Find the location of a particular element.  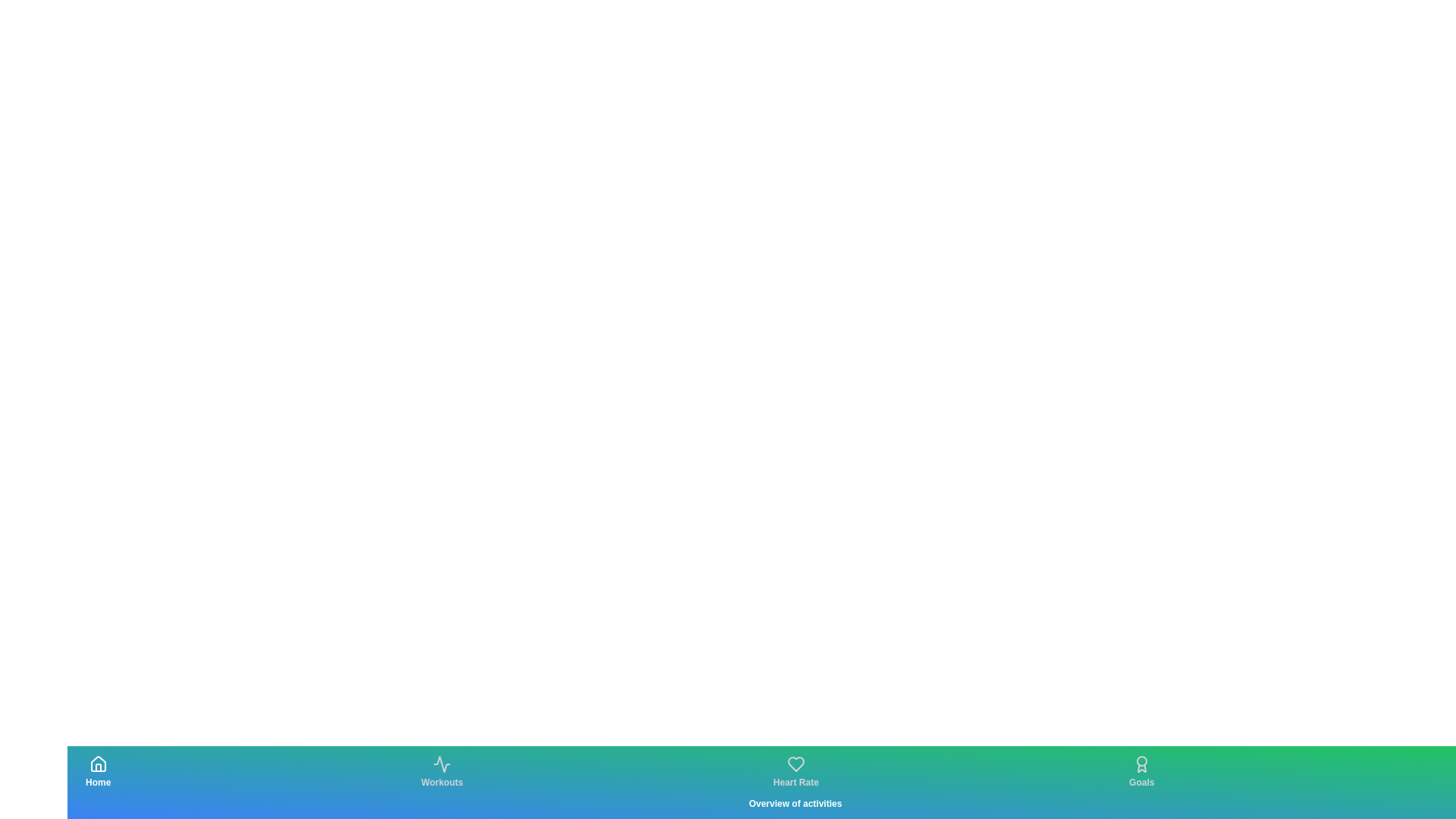

the tab labeled Goals to view its hover effect is located at coordinates (1141, 772).